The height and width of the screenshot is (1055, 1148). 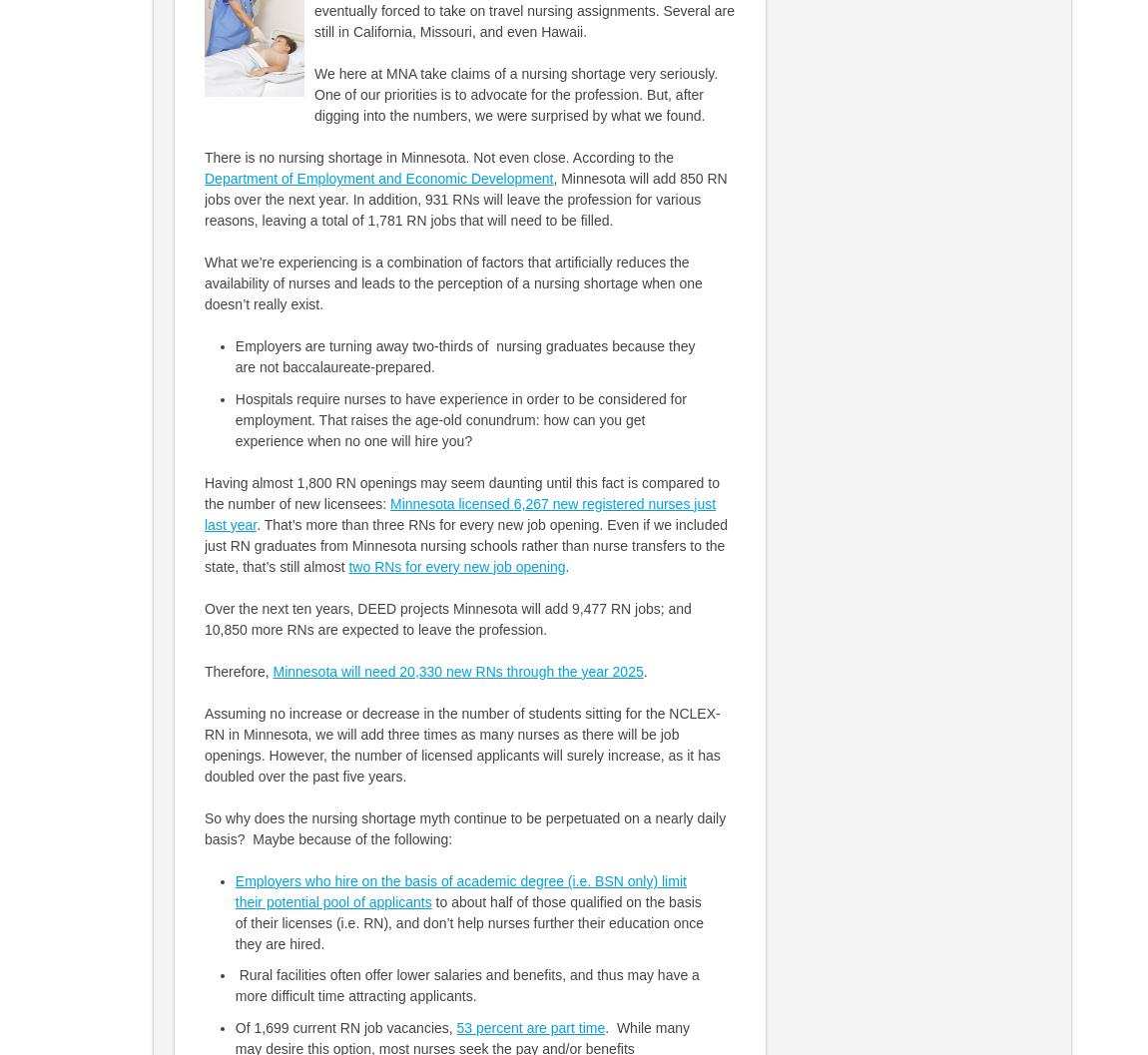 What do you see at coordinates (438, 158) in the screenshot?
I see `'There is no nursing shortage in Minnesota. Not even close. According to the'` at bounding box center [438, 158].